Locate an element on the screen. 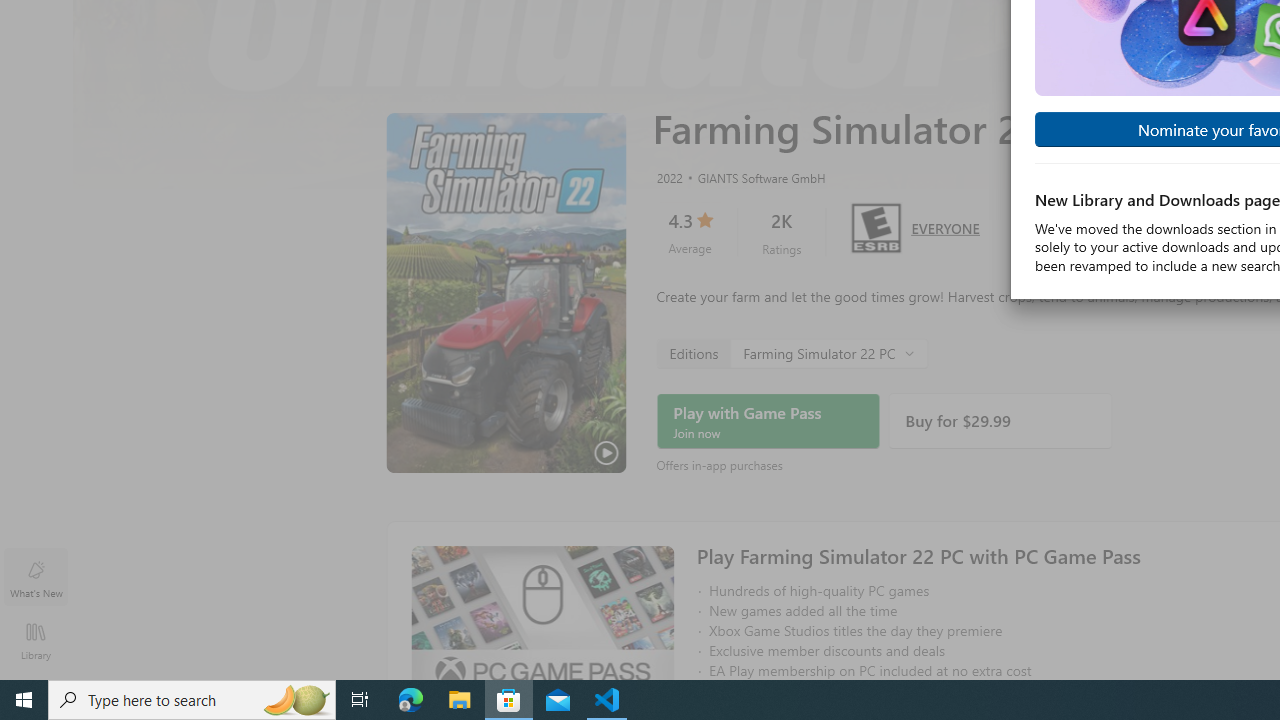 Image resolution: width=1280 pixels, height=720 pixels. '2022' is located at coordinates (668, 176).